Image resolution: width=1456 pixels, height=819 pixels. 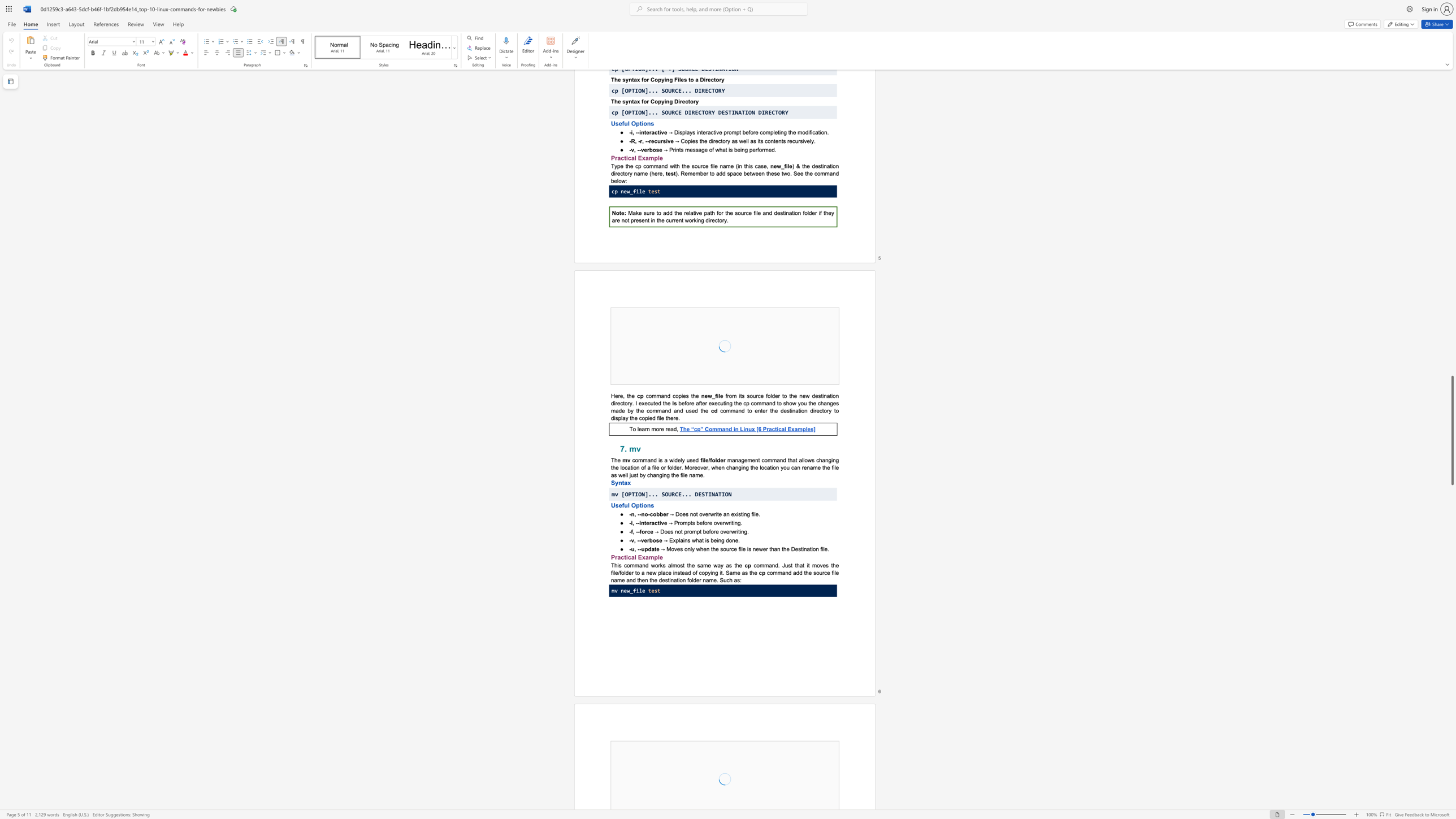 What do you see at coordinates (1451, 140) in the screenshot?
I see `the scrollbar to slide the page up` at bounding box center [1451, 140].